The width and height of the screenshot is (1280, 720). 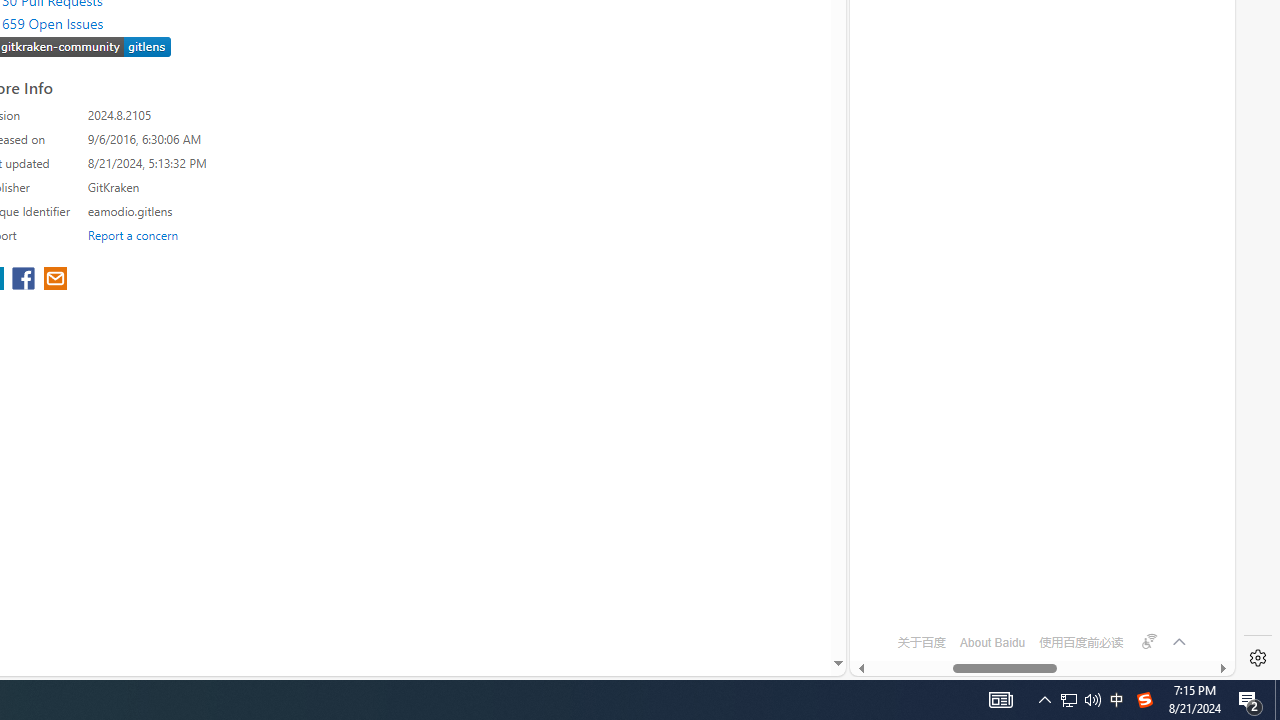 I want to click on 'OFTV', so click(x=1034, y=586).